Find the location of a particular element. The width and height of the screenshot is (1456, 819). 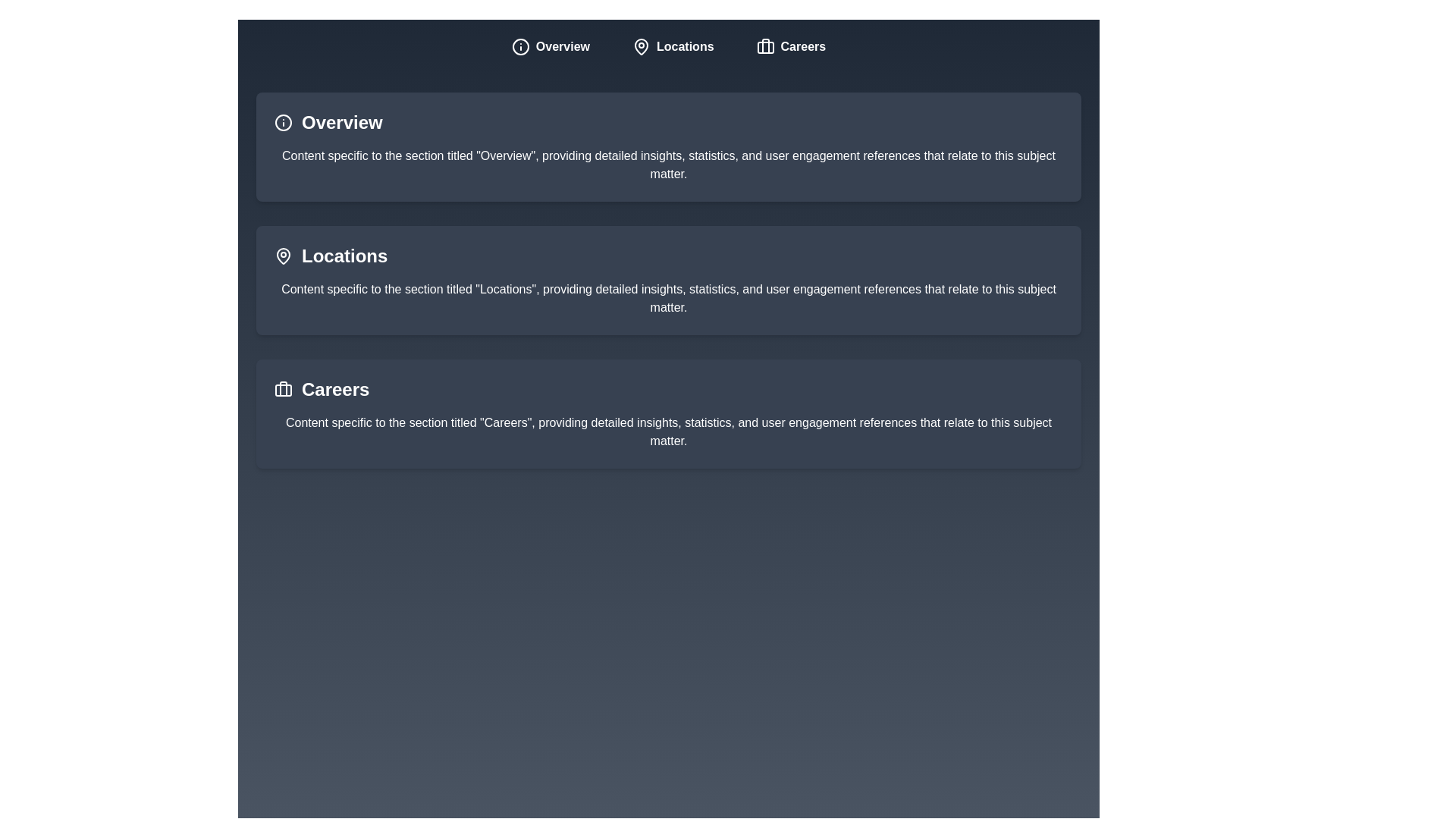

the information icon (SVG) located to the left of the 'Overview' term in the top section labeled 'Overview' is located at coordinates (284, 122).